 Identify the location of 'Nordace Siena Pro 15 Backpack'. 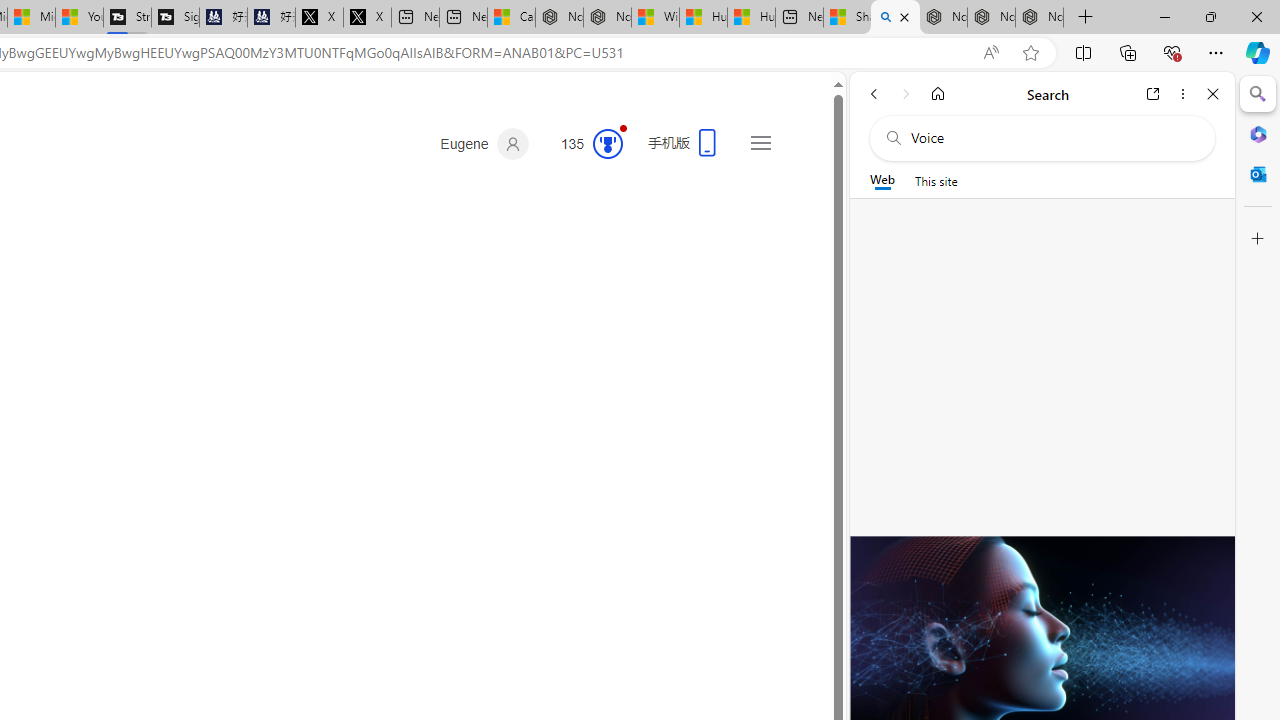
(991, 17).